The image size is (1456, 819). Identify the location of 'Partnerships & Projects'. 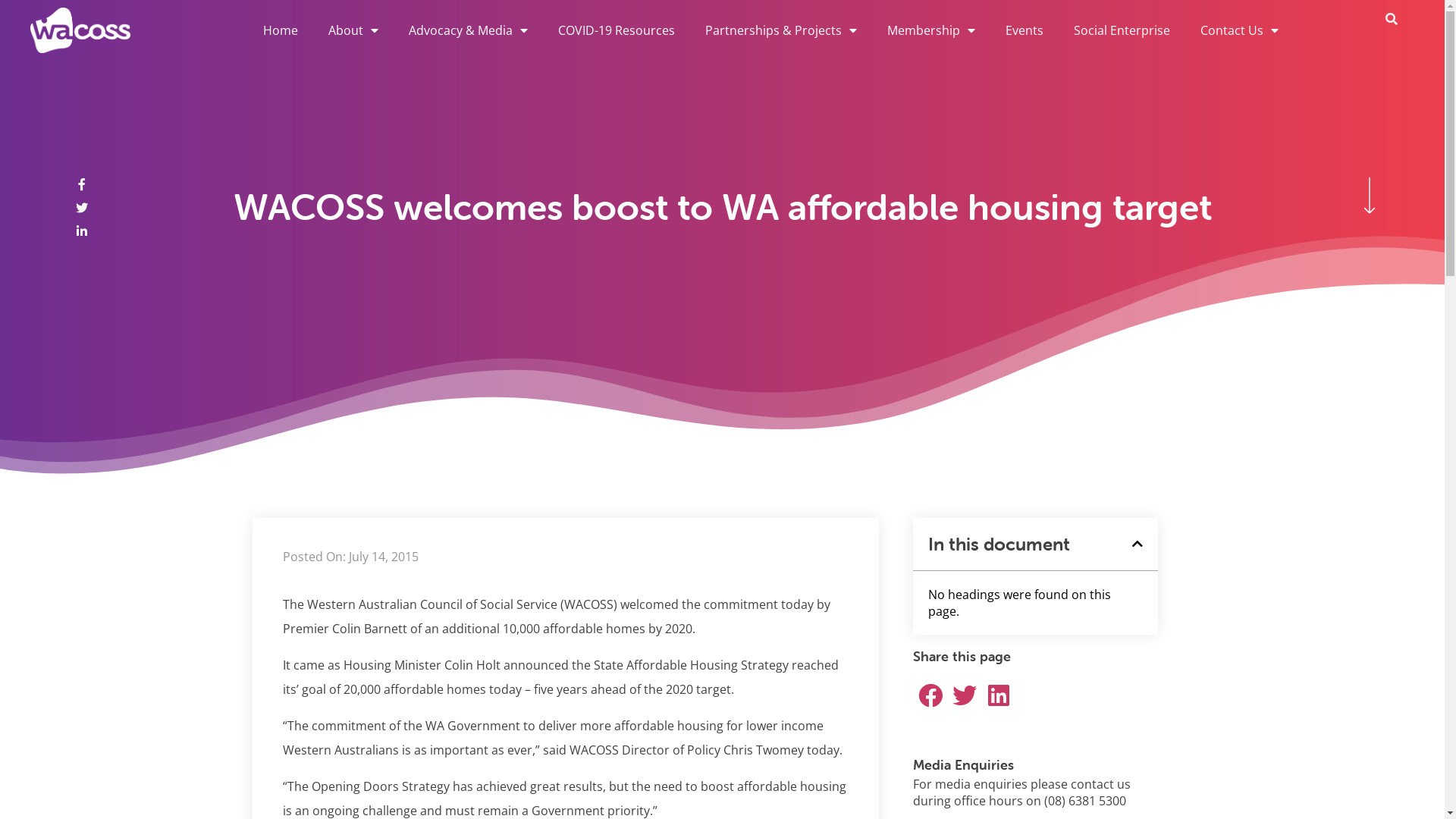
(781, 30).